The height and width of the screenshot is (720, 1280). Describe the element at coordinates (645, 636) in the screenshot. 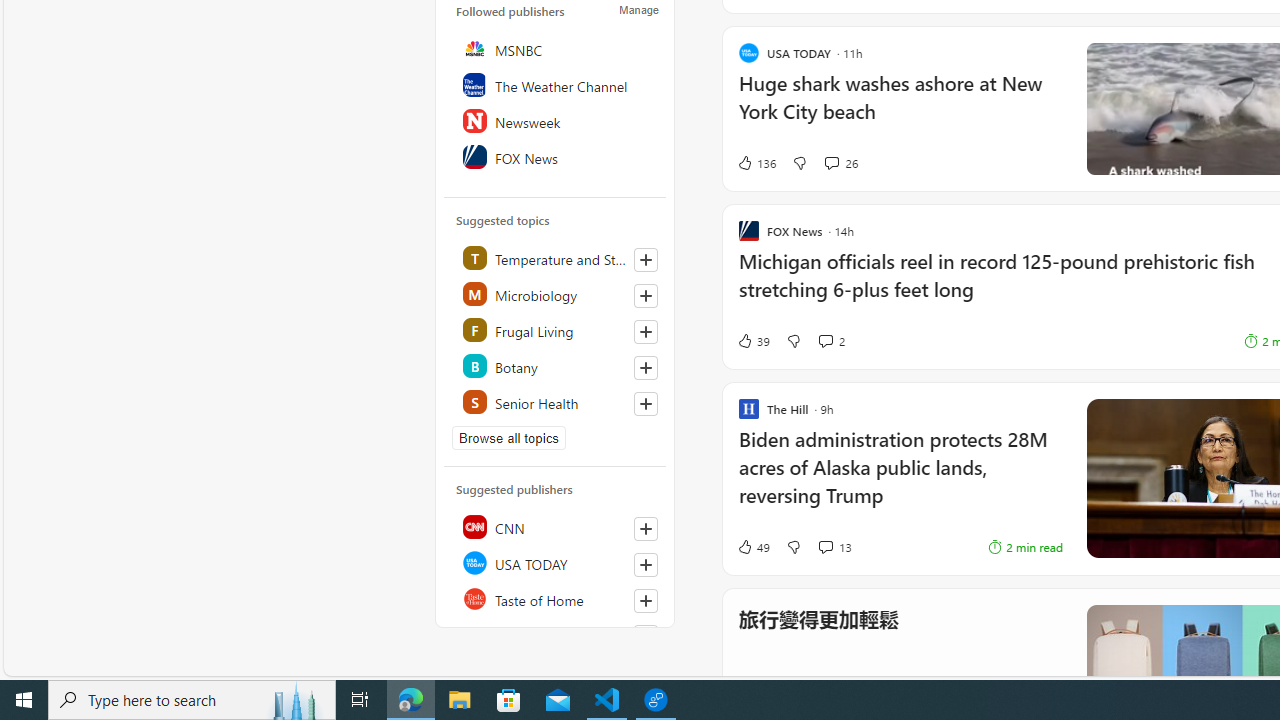

I see `'Follow this source'` at that location.